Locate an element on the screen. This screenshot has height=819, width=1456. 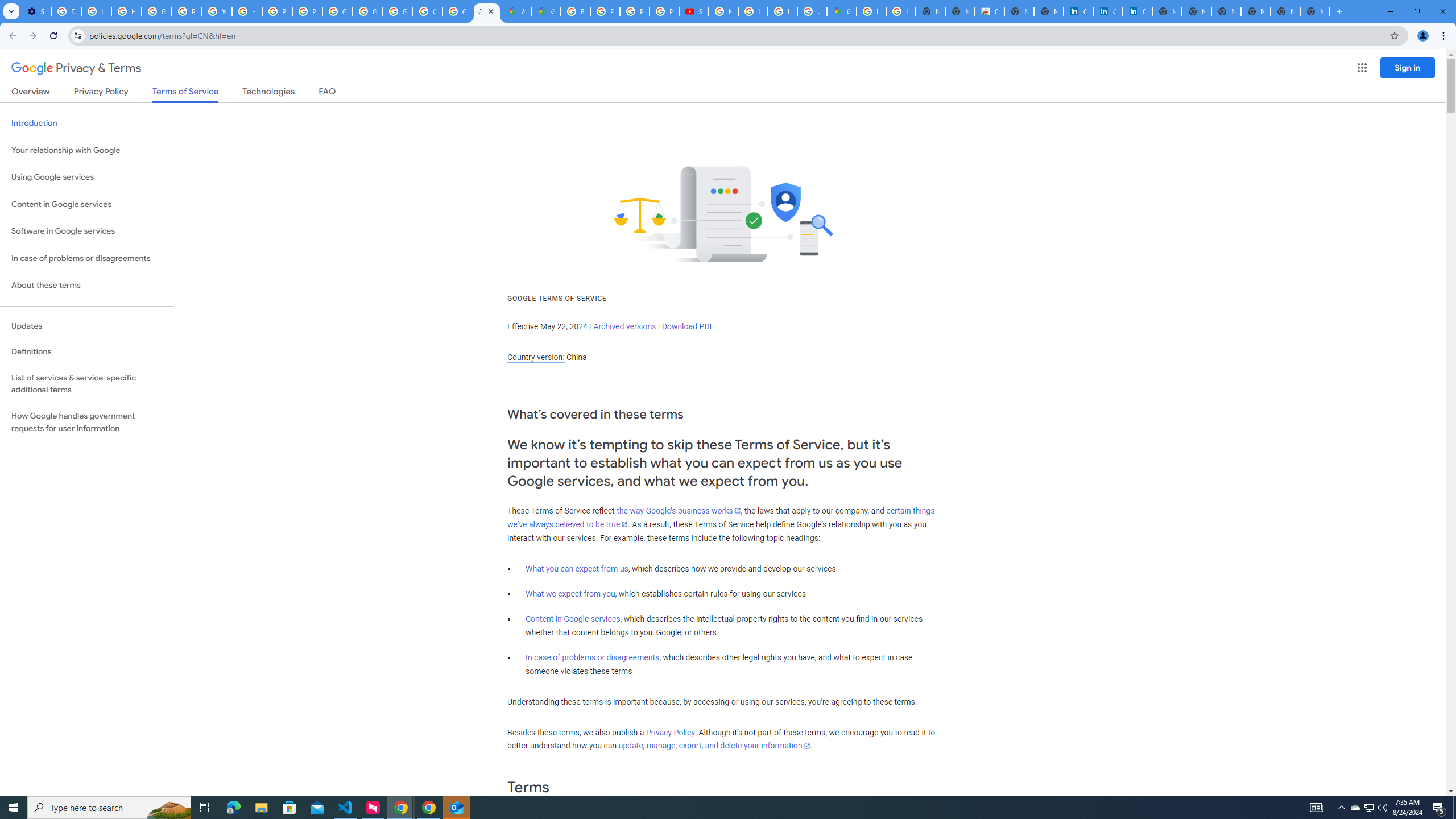
'Archived versions' is located at coordinates (624, 325).